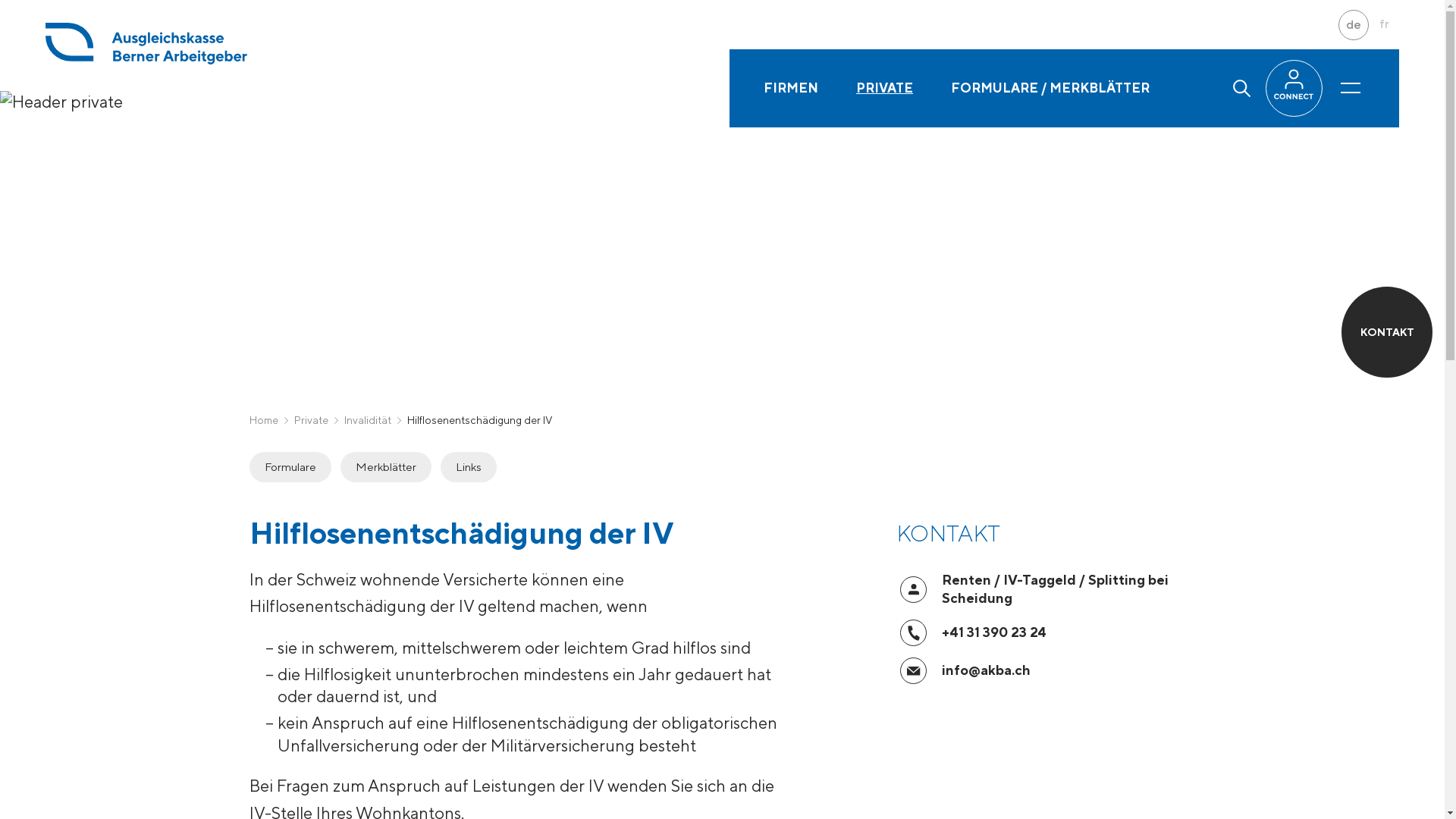  Describe the element at coordinates (1383, 25) in the screenshot. I see `'fr'` at that location.